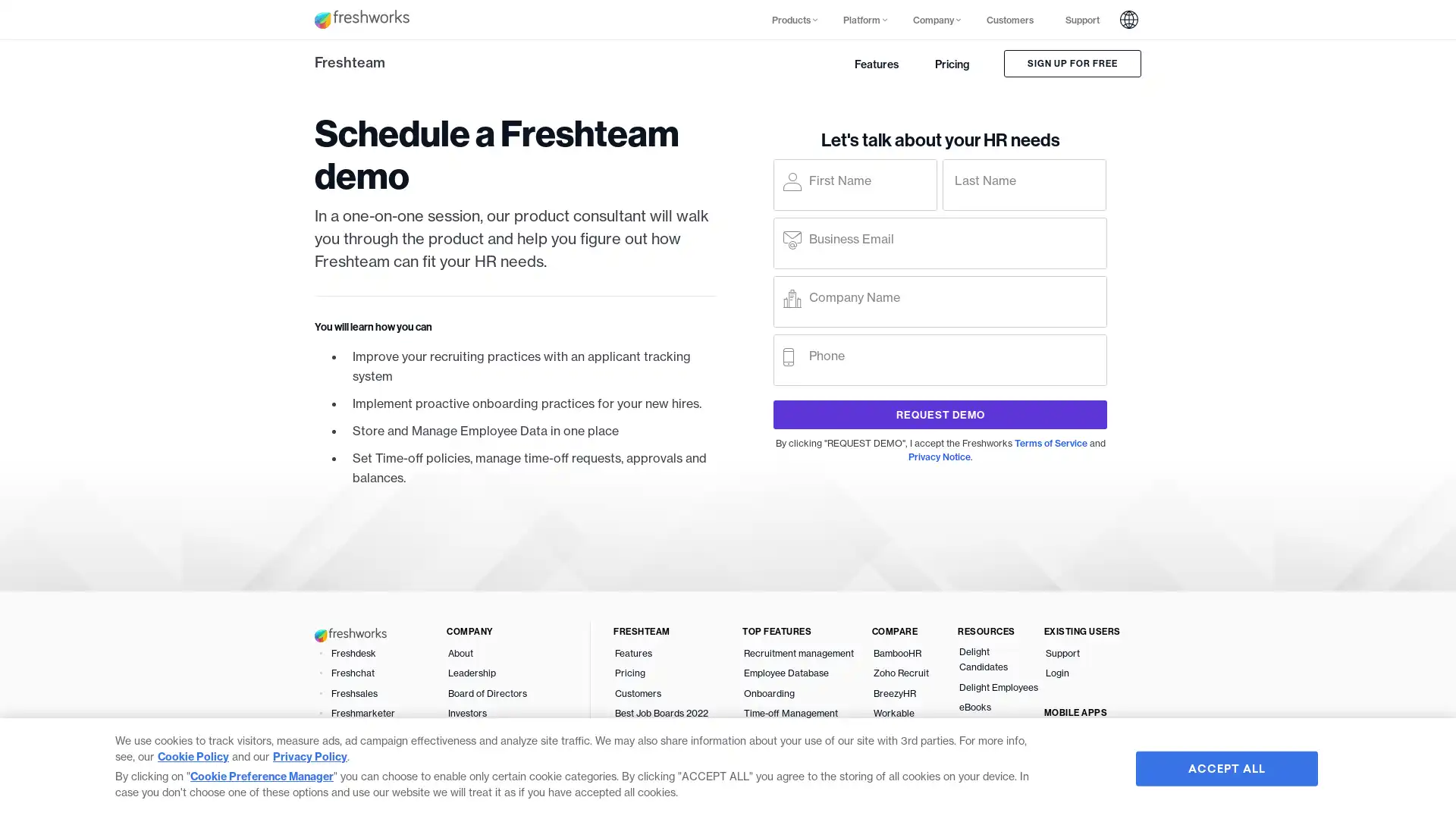 The height and width of the screenshot is (819, 1456). I want to click on COMPANY, so click(513, 631).